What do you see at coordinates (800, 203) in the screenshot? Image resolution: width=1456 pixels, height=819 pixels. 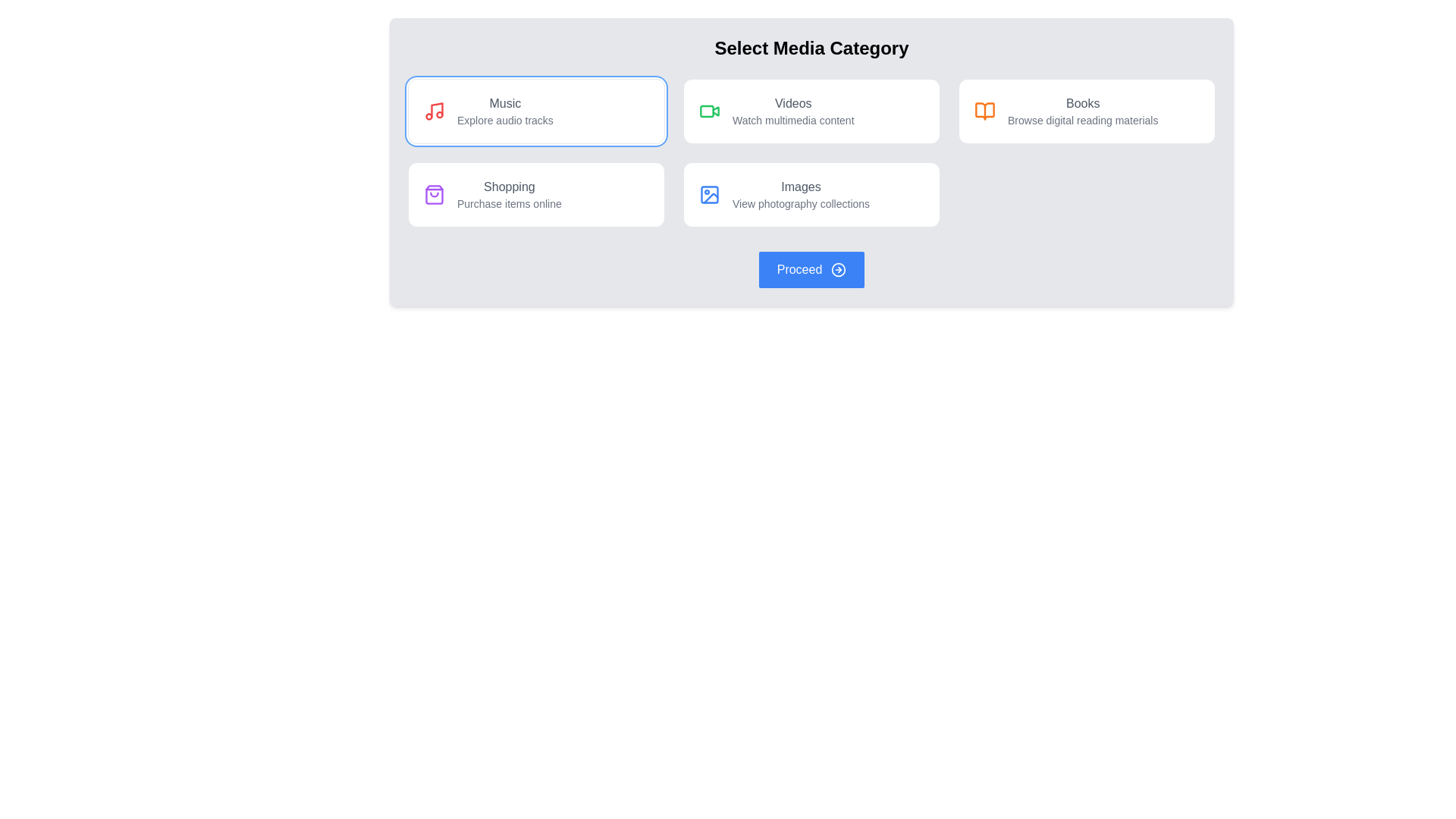 I see `the Text label that provides descriptive information related to the 'Images' category located below the main heading 'Images' in the media category selection area` at bounding box center [800, 203].